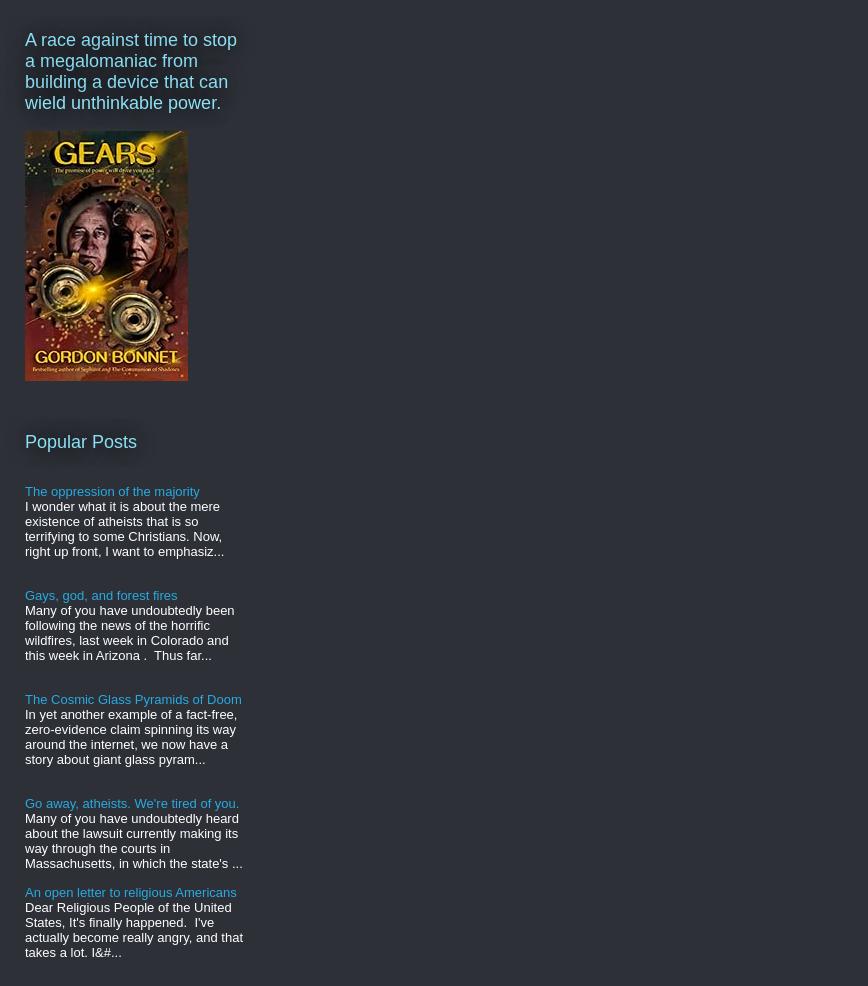 The image size is (868, 986). Describe the element at coordinates (130, 70) in the screenshot. I see `'A race against time to stop a megalomaniac from building a device that can wield unthinkable power.'` at that location.